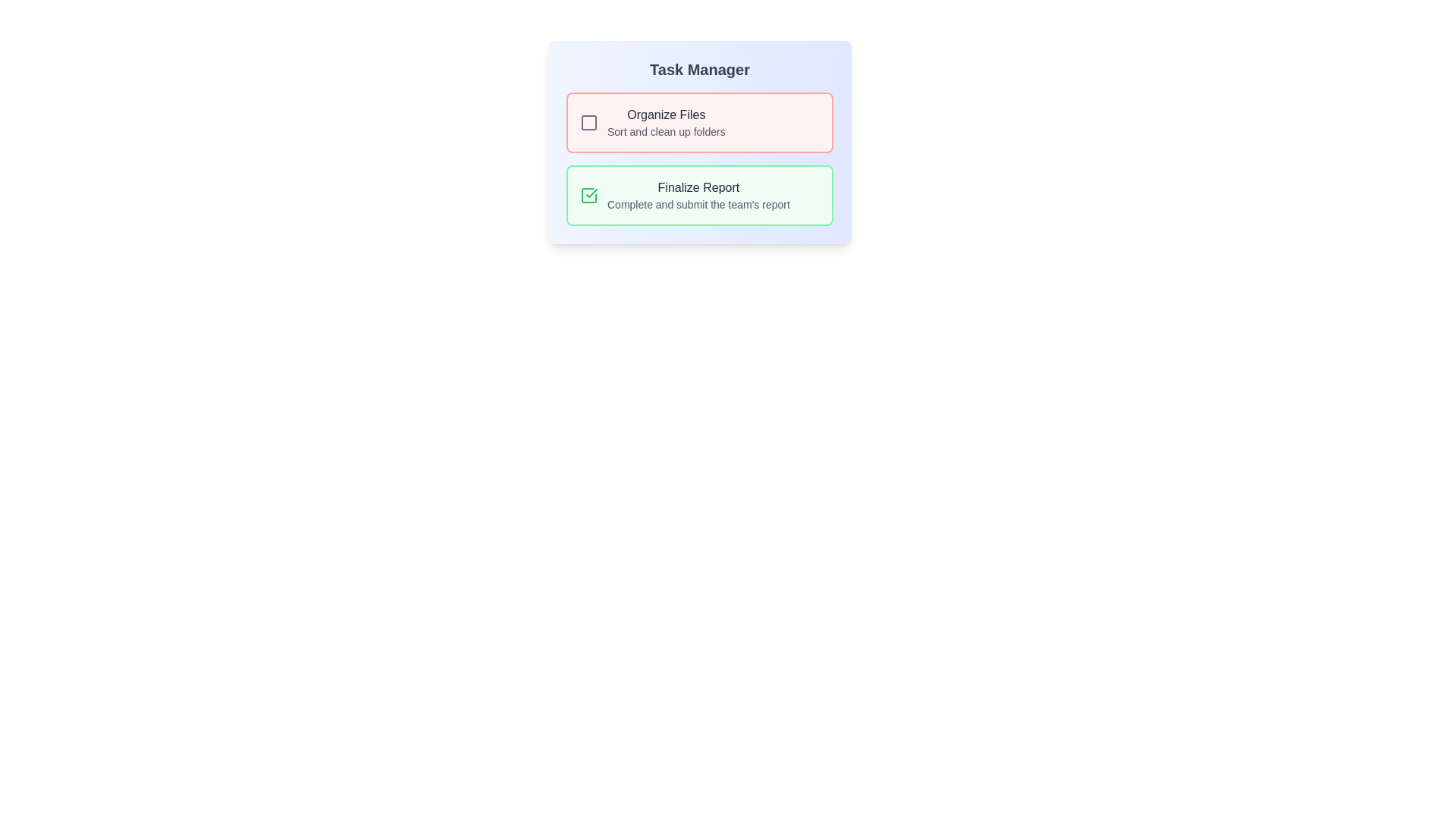 The image size is (1456, 819). What do you see at coordinates (588, 122) in the screenshot?
I see `the icon representing the task of organizing files, located in the upper left portion of the red-bordered block with the text 'Organize Files' and 'Sort and clean up folders'` at bounding box center [588, 122].